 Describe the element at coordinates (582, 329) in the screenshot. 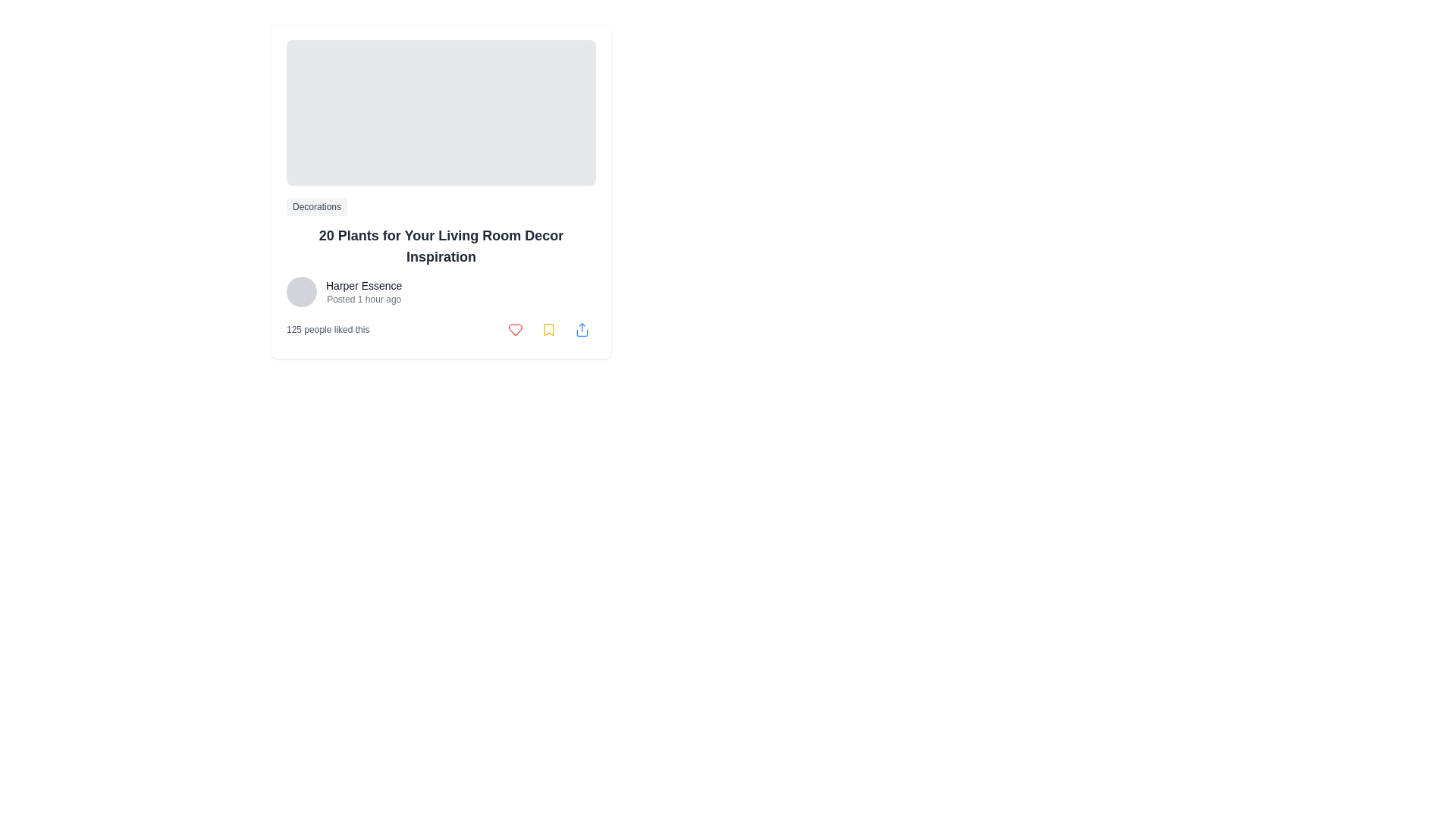

I see `the share button located at the bottom right corner of the card component, which is the third icon in the row` at that location.